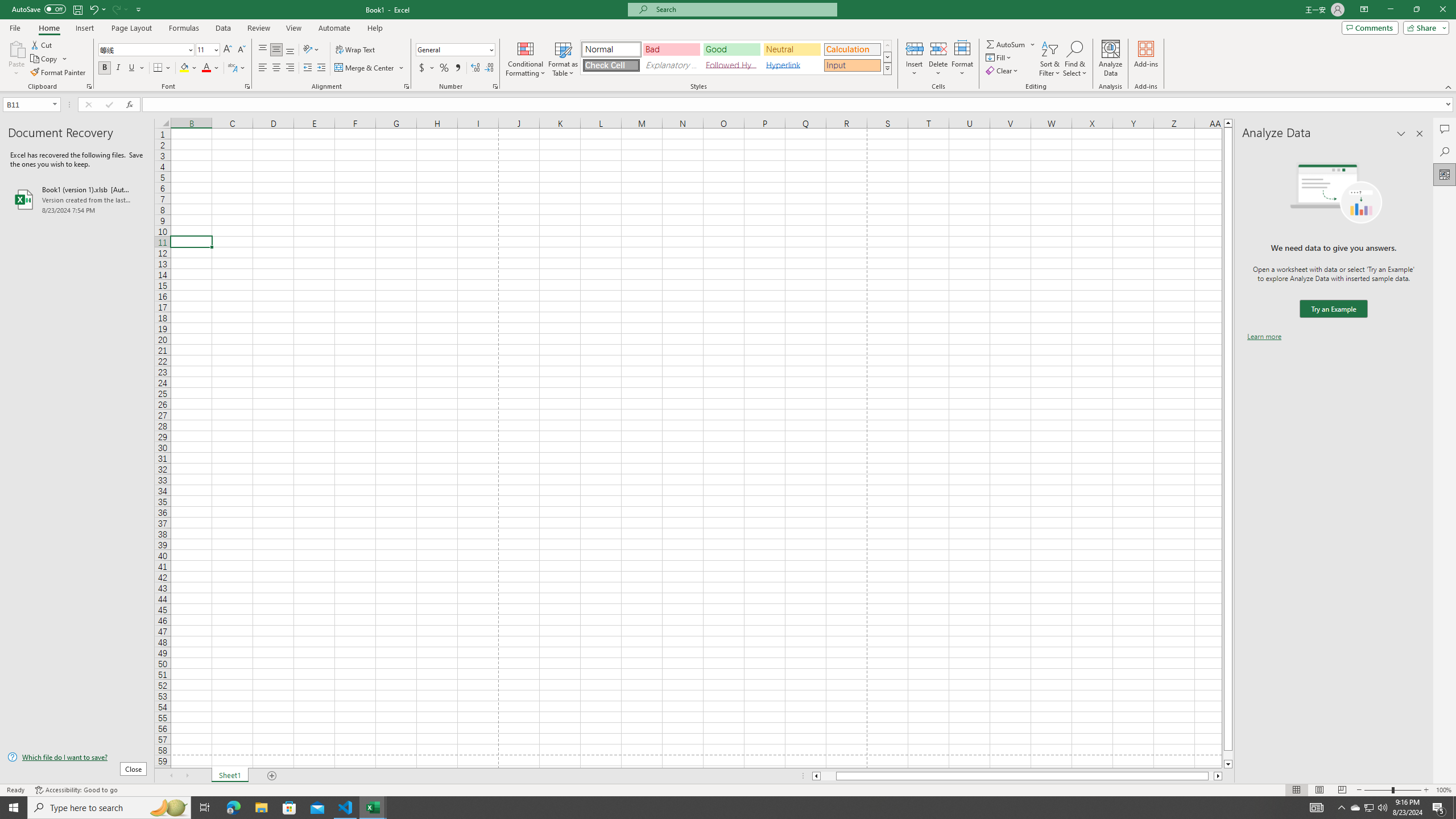 The width and height of the screenshot is (1456, 819). I want to click on 'Sort & Filter', so click(1049, 59).